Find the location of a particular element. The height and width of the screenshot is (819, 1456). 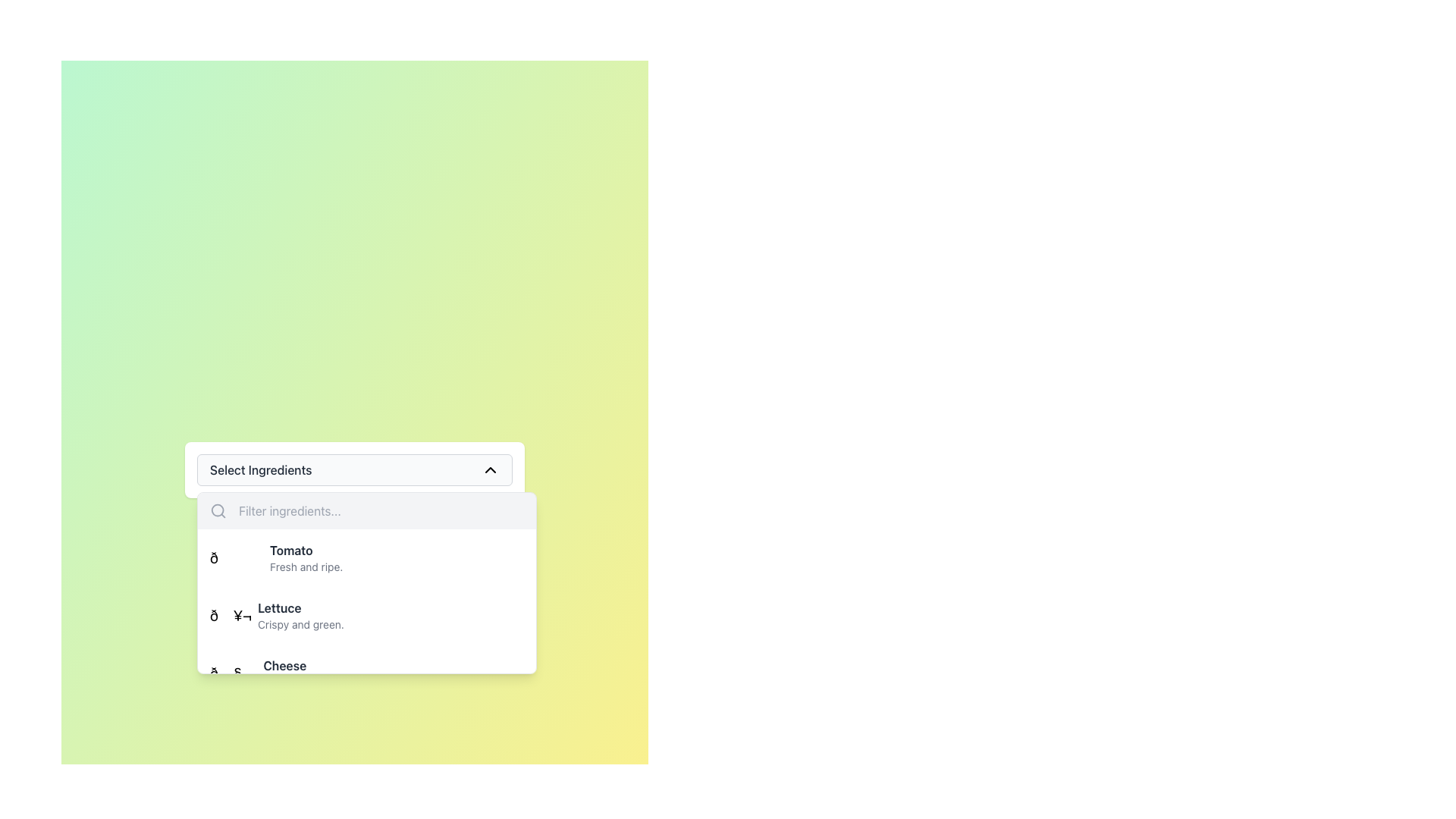

the third item in the dropdown menu representing 'Cheese' is located at coordinates (287, 672).